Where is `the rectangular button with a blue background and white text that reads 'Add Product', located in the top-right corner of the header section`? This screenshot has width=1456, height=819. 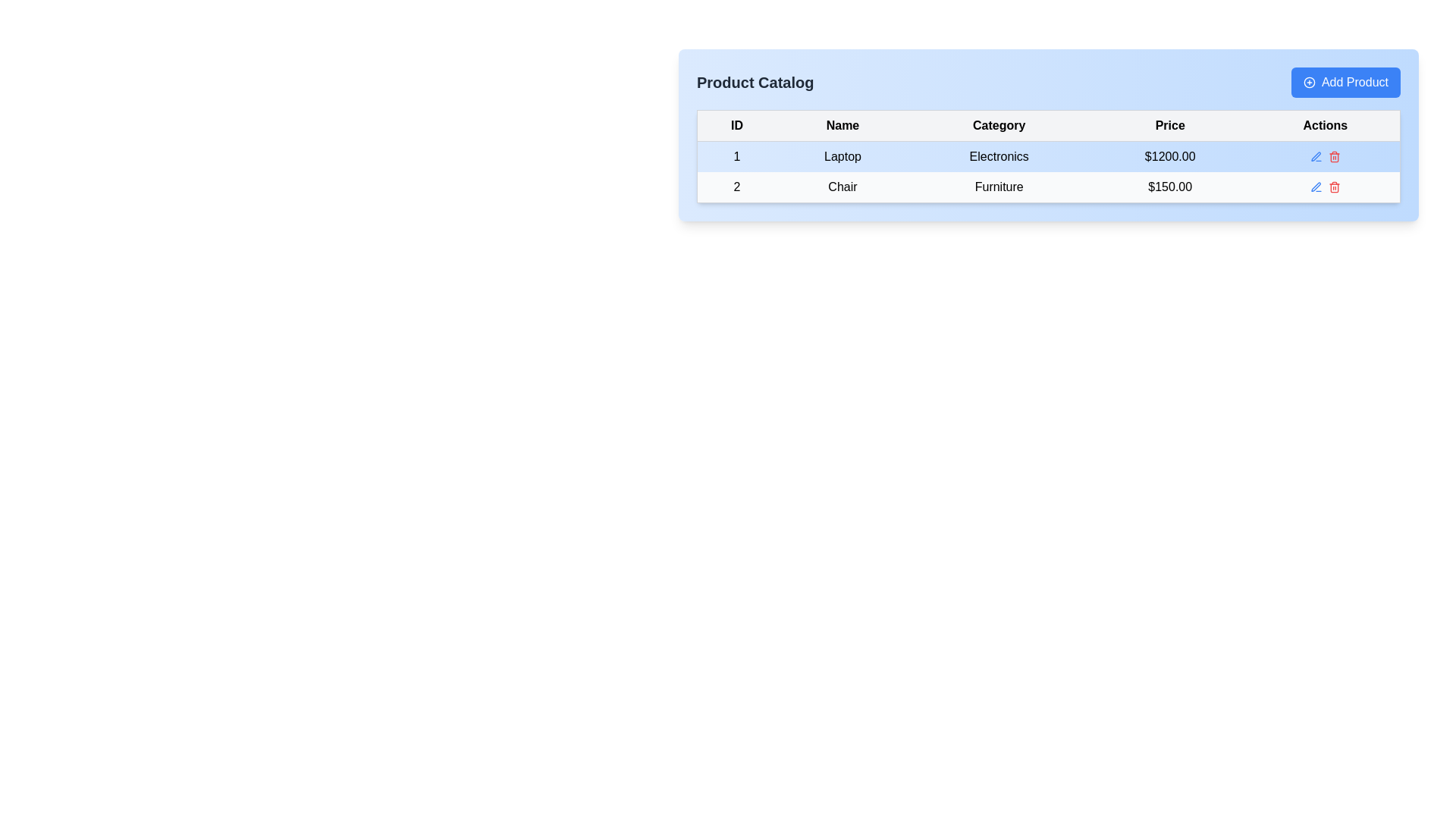 the rectangular button with a blue background and white text that reads 'Add Product', located in the top-right corner of the header section is located at coordinates (1346, 82).